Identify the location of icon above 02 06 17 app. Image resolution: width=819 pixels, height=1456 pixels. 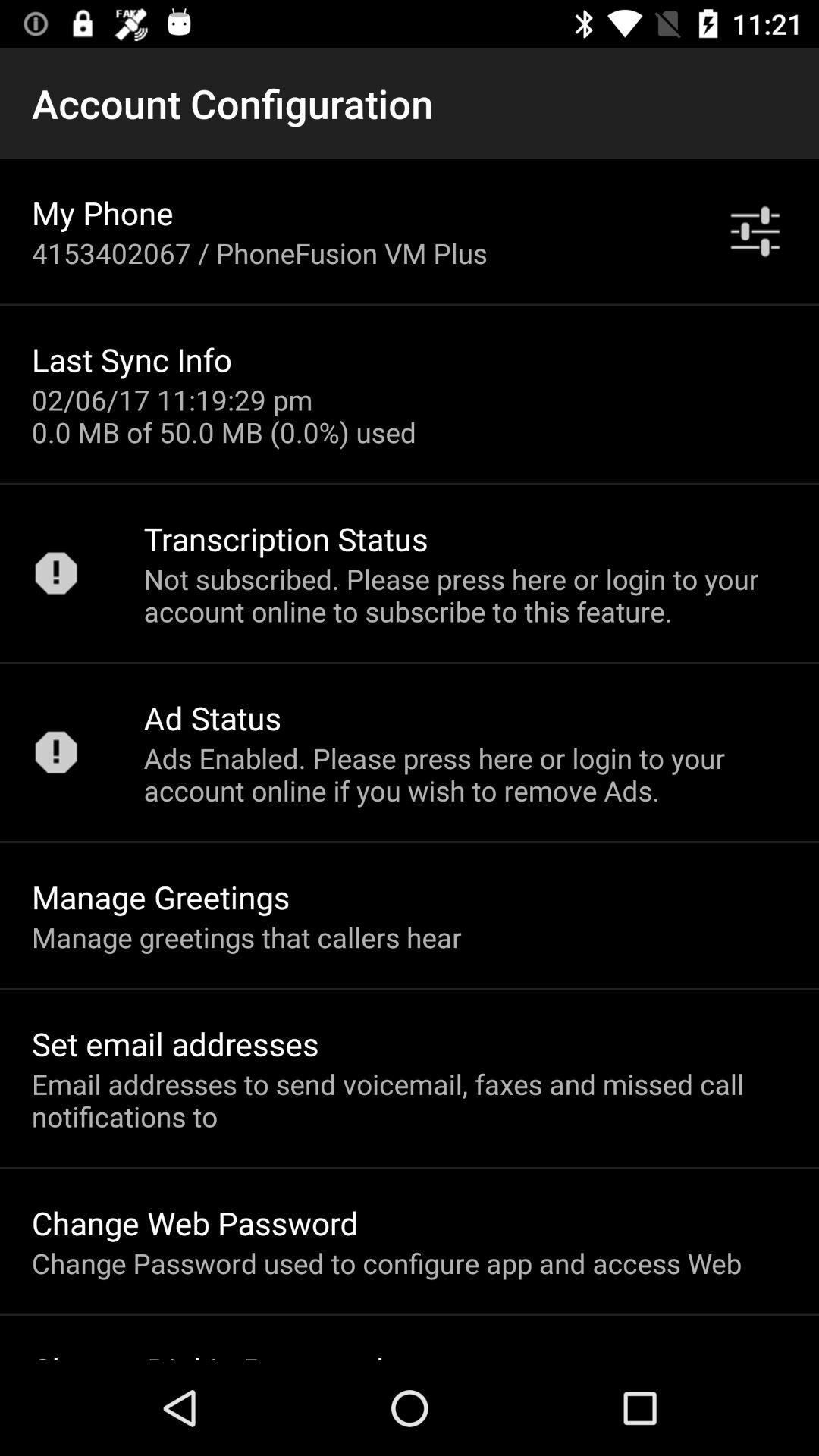
(130, 359).